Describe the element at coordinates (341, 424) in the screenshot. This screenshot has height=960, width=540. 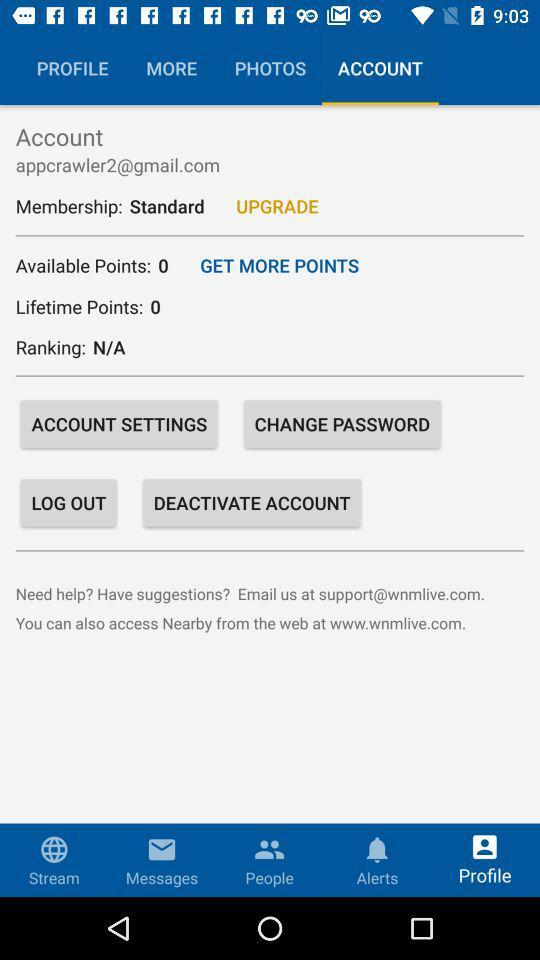
I see `the change password` at that location.